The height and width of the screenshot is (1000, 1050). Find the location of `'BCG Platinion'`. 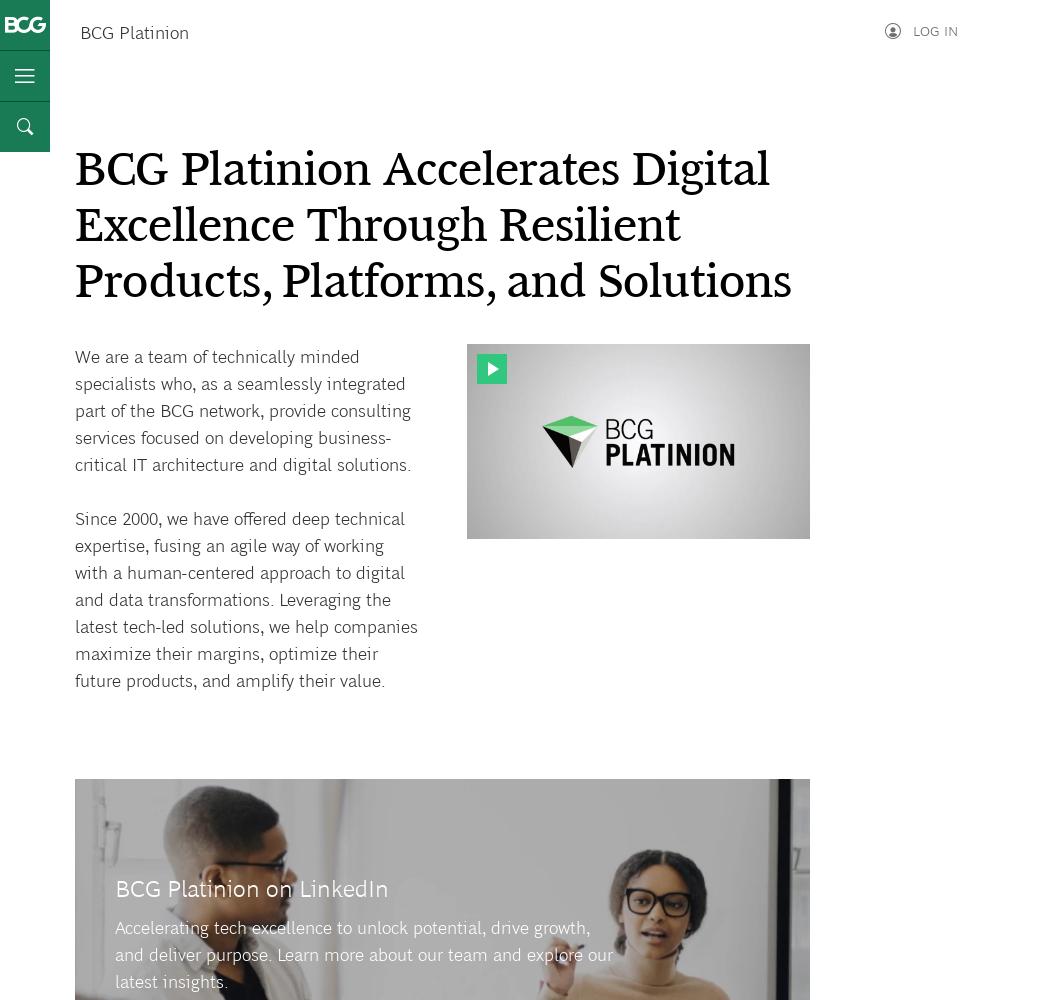

'BCG Platinion' is located at coordinates (133, 33).